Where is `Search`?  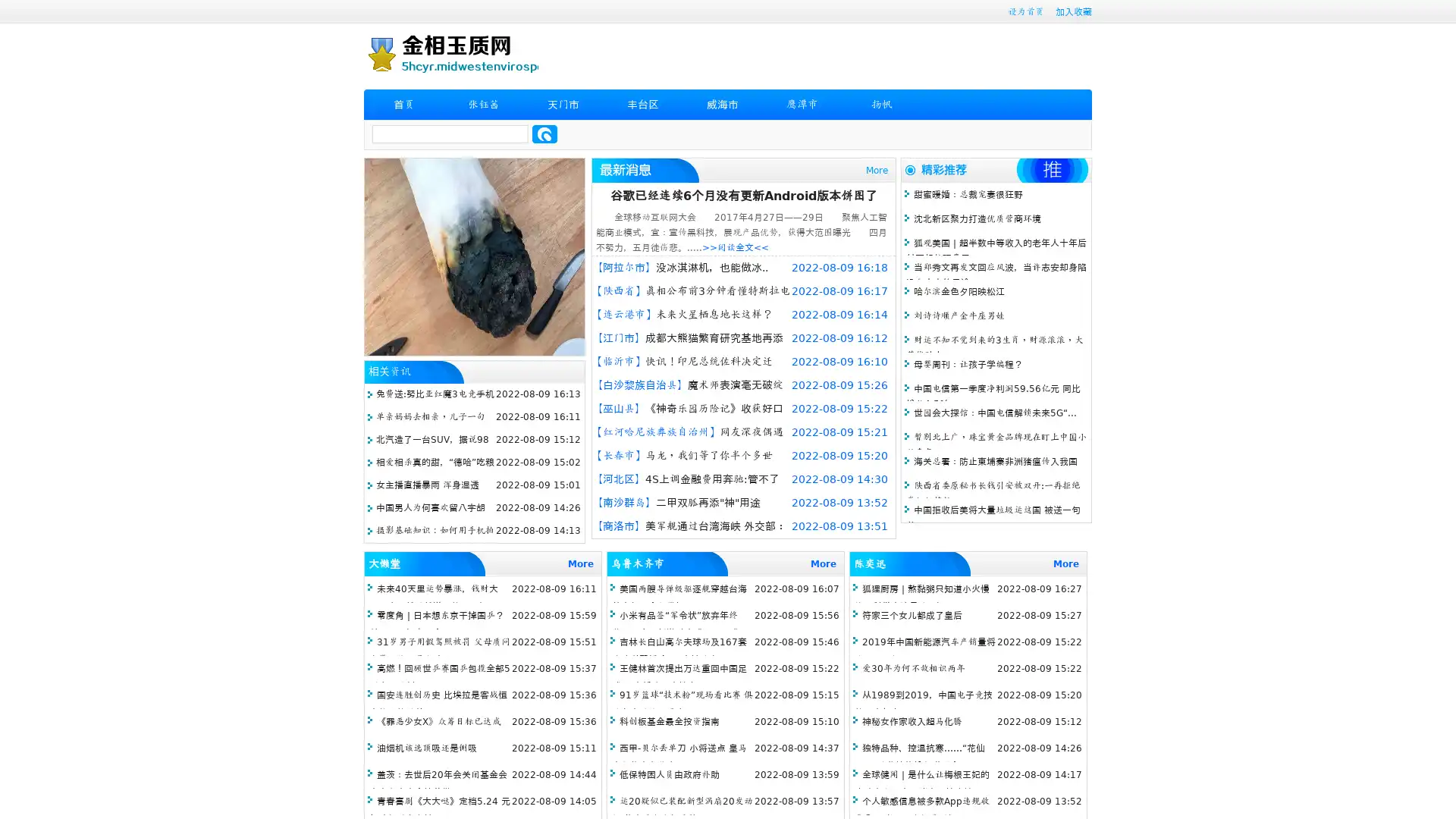
Search is located at coordinates (544, 133).